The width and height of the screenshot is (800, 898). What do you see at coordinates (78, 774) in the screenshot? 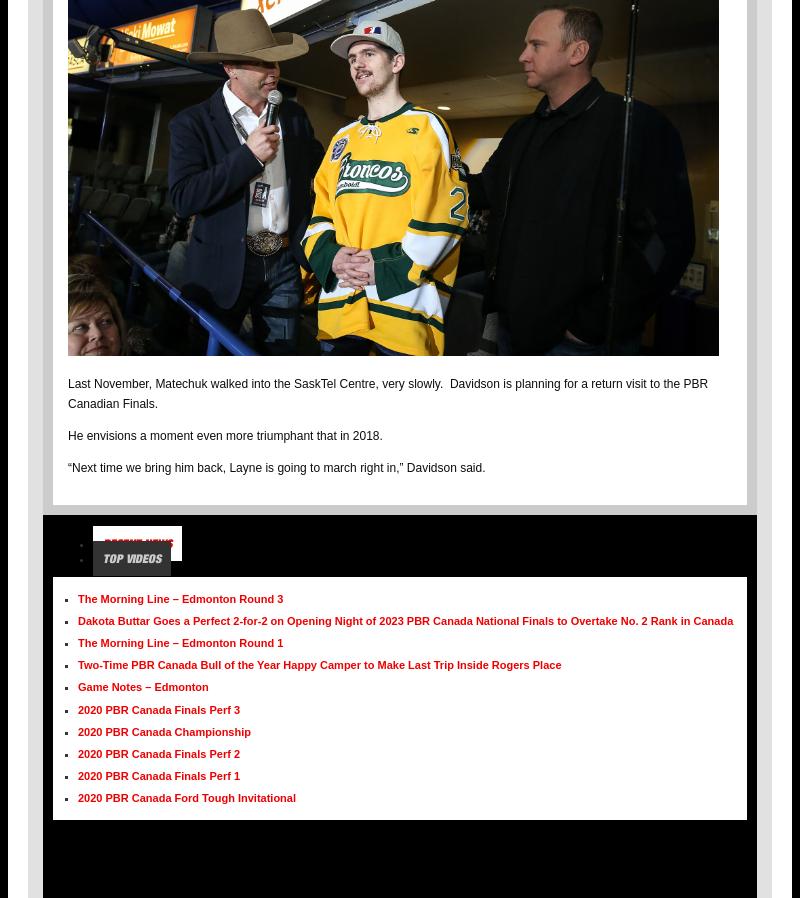
I see `'2020 PBR Canada Finals Perf 1'` at bounding box center [78, 774].